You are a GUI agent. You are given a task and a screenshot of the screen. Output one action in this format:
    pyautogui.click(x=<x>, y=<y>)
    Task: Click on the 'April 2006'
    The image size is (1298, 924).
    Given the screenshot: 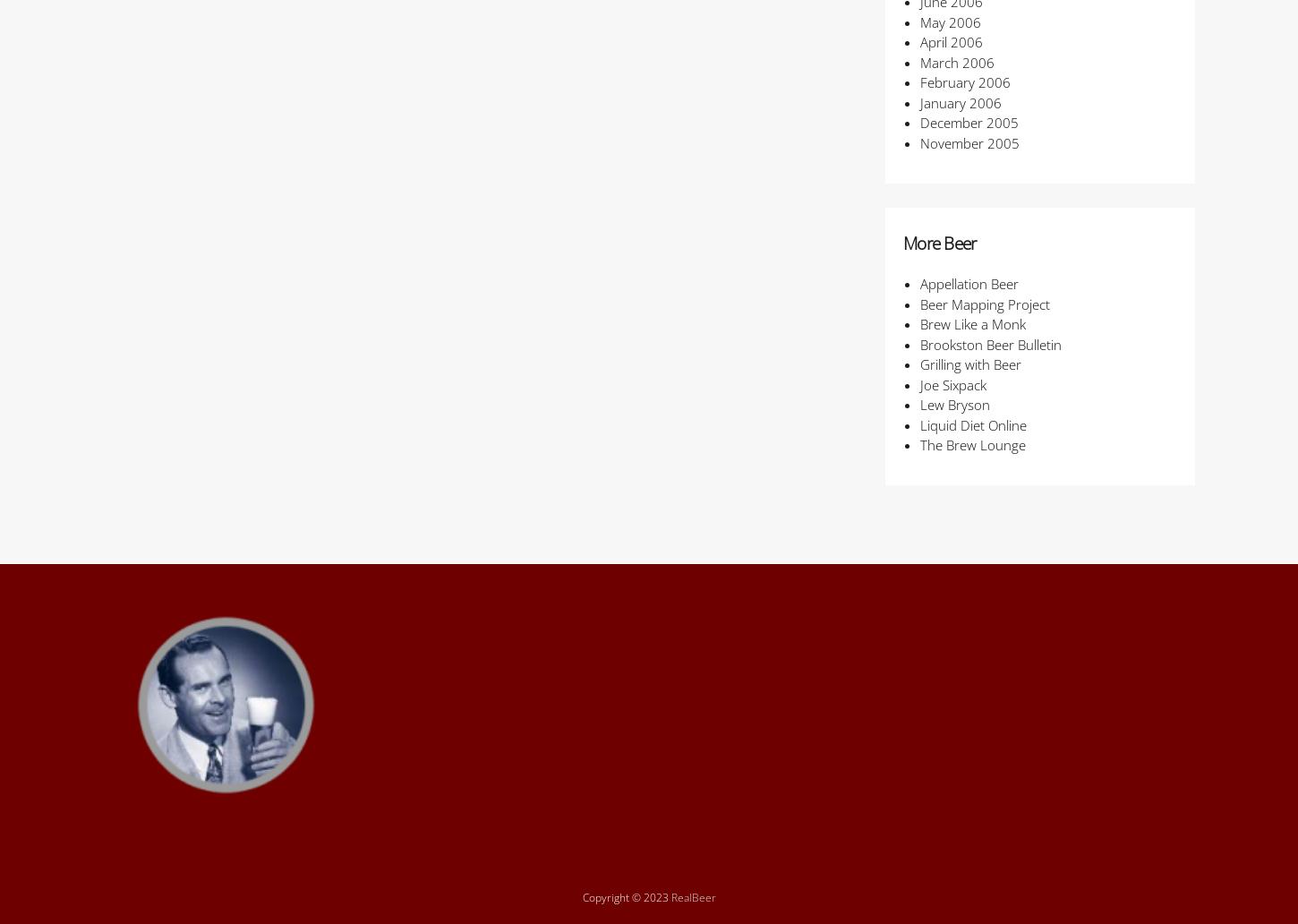 What is the action you would take?
    pyautogui.click(x=919, y=41)
    